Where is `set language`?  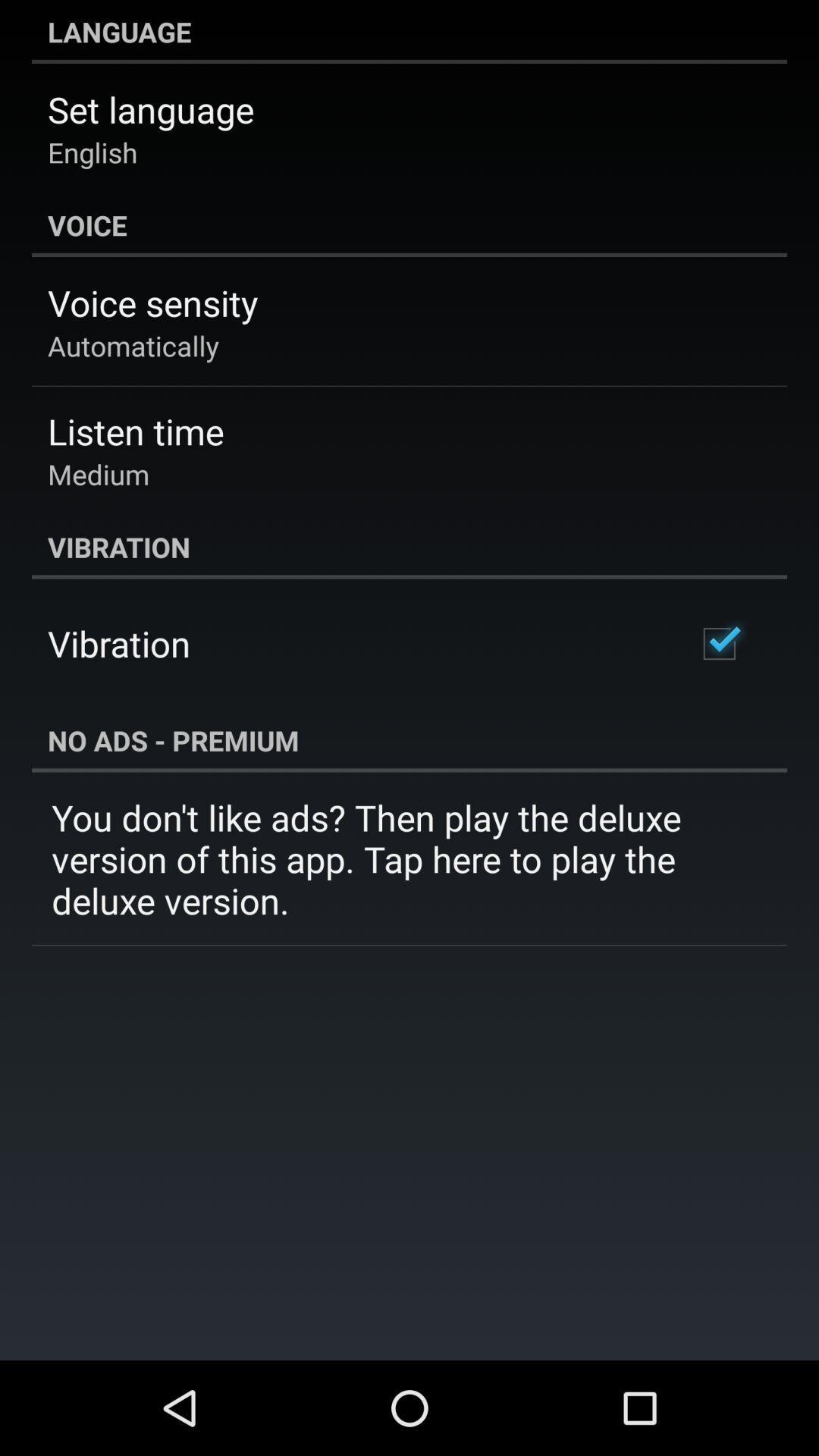 set language is located at coordinates (151, 108).